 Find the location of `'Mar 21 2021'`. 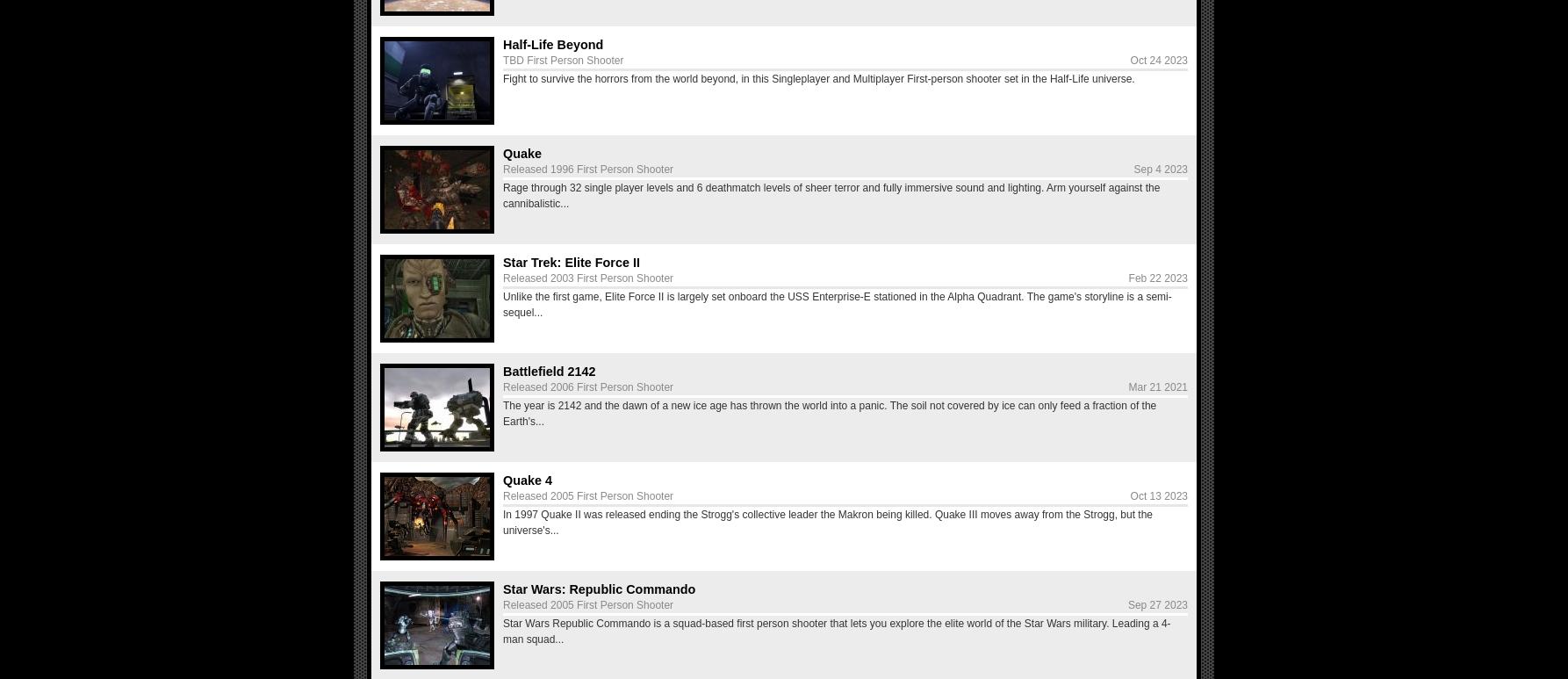

'Mar 21 2021' is located at coordinates (1157, 386).